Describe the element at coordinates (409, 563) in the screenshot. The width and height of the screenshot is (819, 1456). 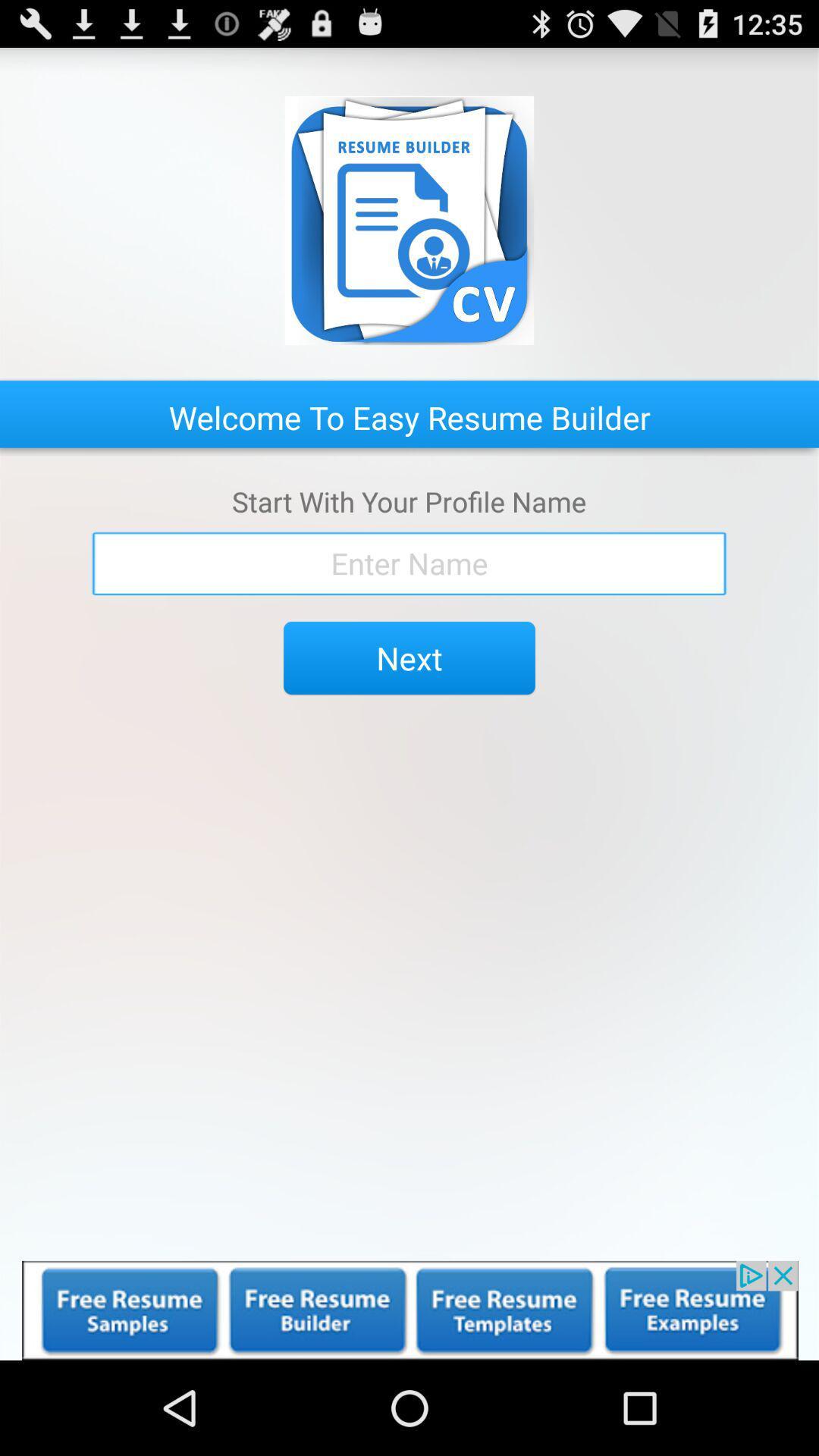
I see `write your name` at that location.